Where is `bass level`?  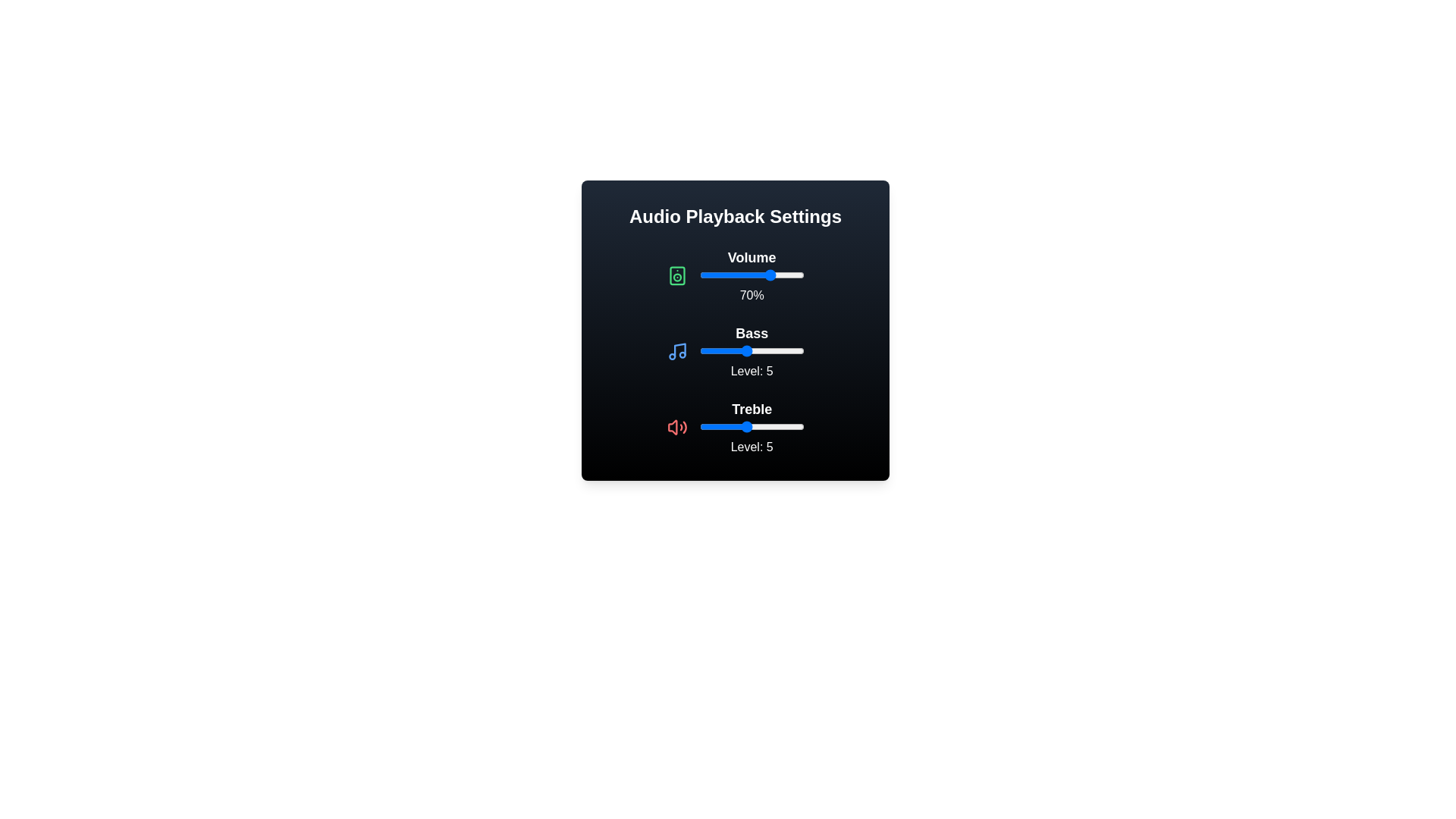
bass level is located at coordinates (780, 350).